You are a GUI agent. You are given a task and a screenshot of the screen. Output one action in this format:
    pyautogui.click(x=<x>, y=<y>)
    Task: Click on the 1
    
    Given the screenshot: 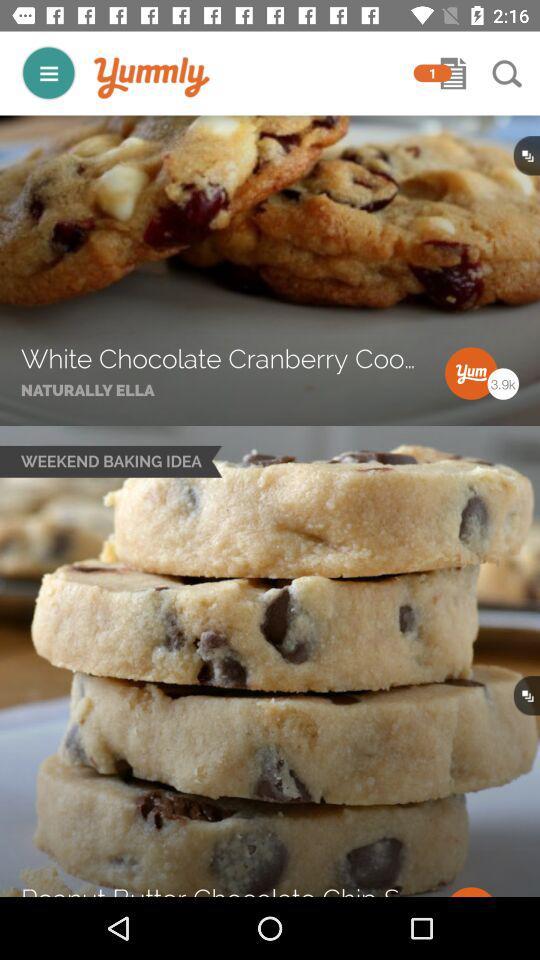 What is the action you would take?
    pyautogui.click(x=431, y=73)
    